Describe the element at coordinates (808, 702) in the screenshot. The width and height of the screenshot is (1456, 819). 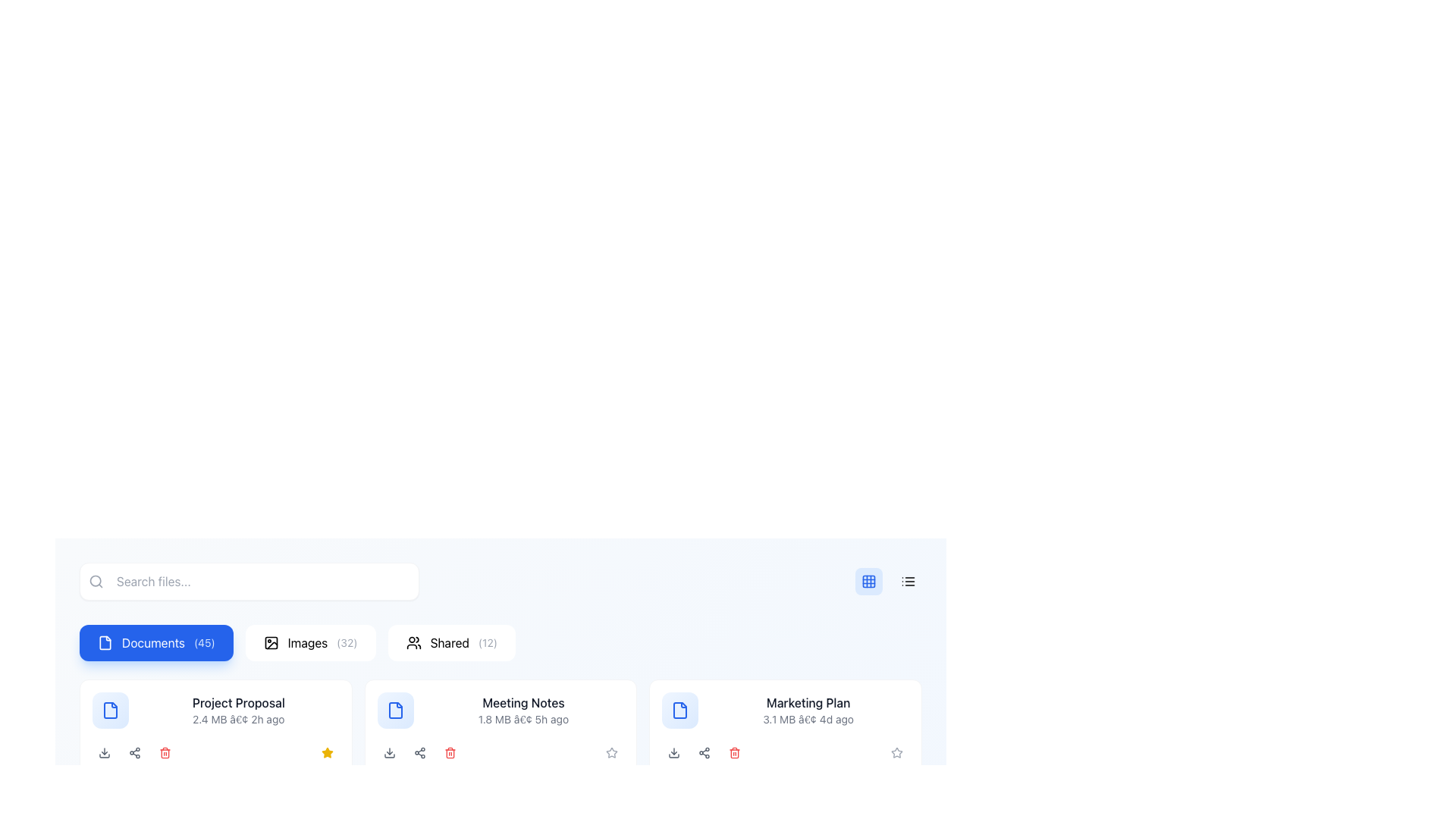
I see `the text label that serves as the title of a document in the file management interface, located in the bottom row of the file view, above the smaller text '3.1 MB • 4d ago'` at that location.